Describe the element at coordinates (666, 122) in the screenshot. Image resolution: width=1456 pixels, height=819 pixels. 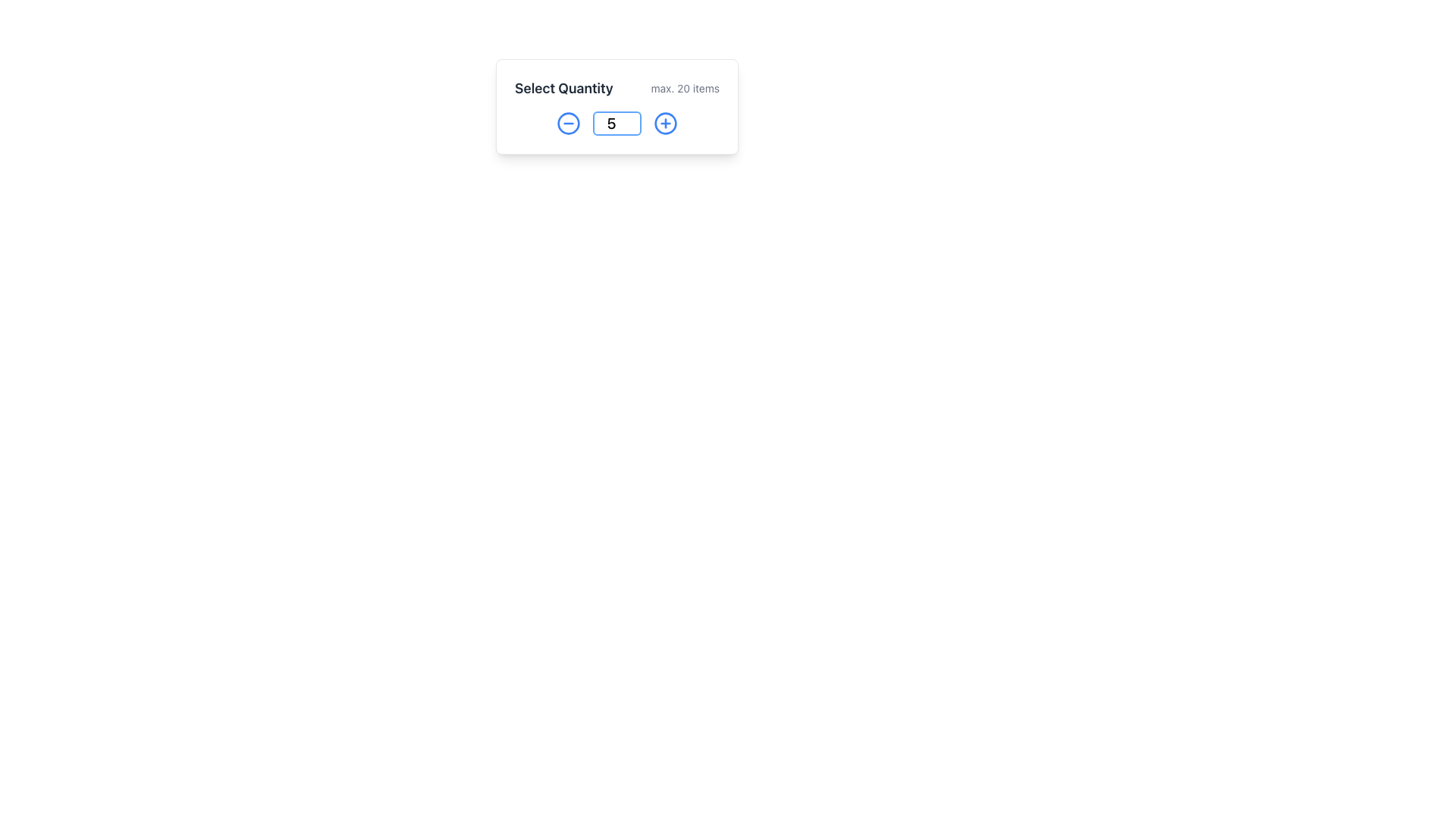
I see `the circular icon with a blue outline and a plus symbol to increment the quantity in the selection interface labeled 'Select Quantity'` at that location.